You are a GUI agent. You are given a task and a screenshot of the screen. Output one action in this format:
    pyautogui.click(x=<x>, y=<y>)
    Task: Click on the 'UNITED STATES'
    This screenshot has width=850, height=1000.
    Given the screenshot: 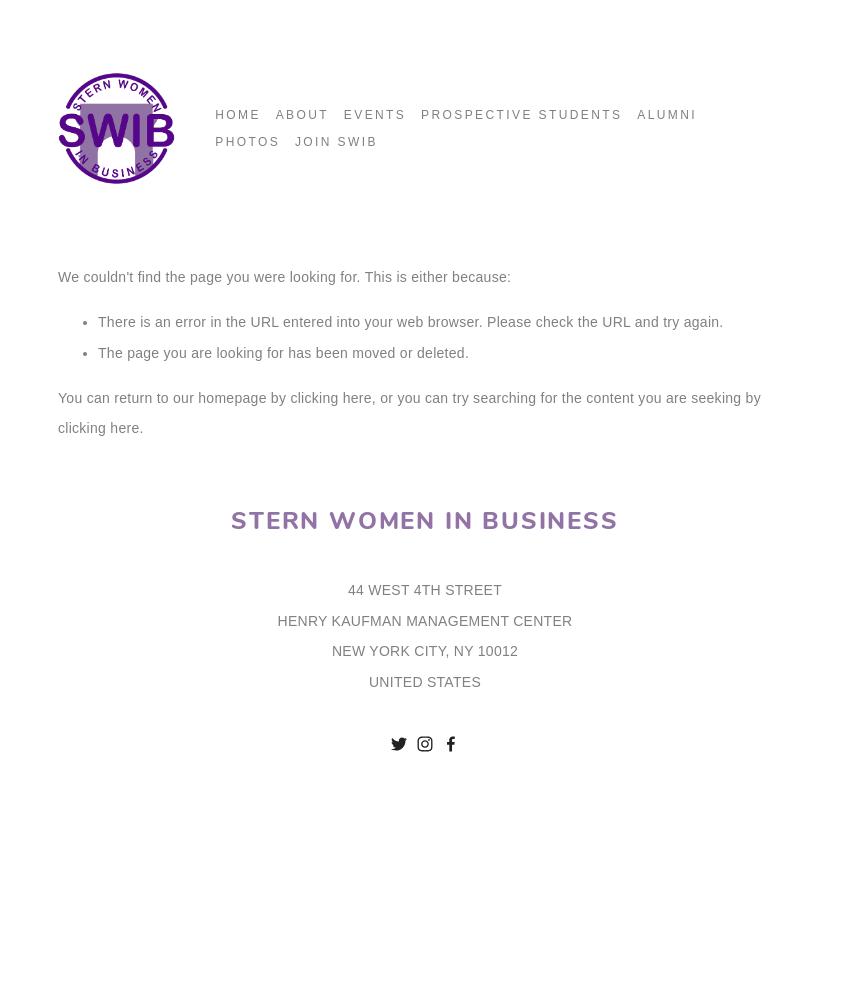 What is the action you would take?
    pyautogui.click(x=424, y=682)
    